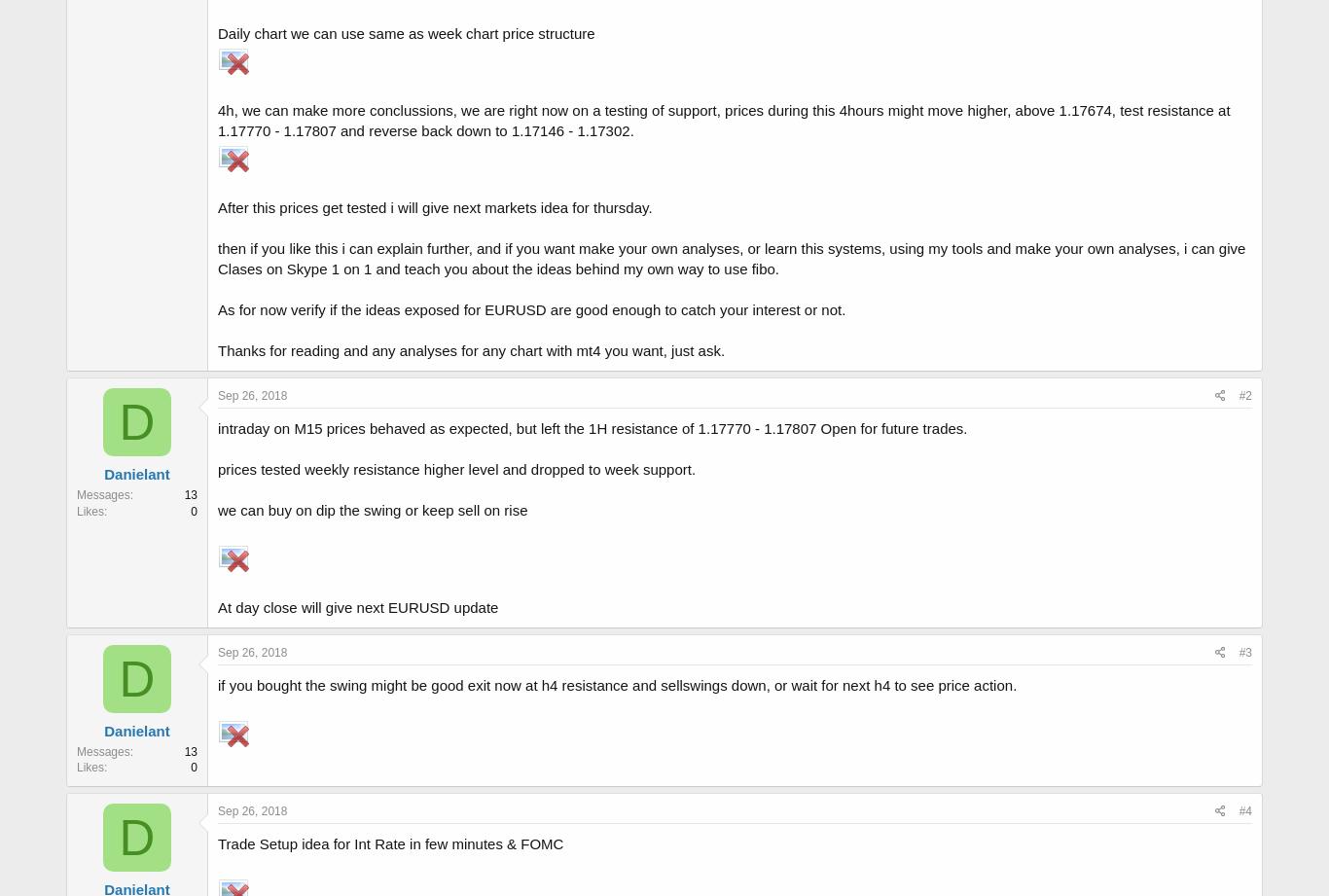 The width and height of the screenshot is (1329, 896). What do you see at coordinates (1243, 653) in the screenshot?
I see `'#3'` at bounding box center [1243, 653].